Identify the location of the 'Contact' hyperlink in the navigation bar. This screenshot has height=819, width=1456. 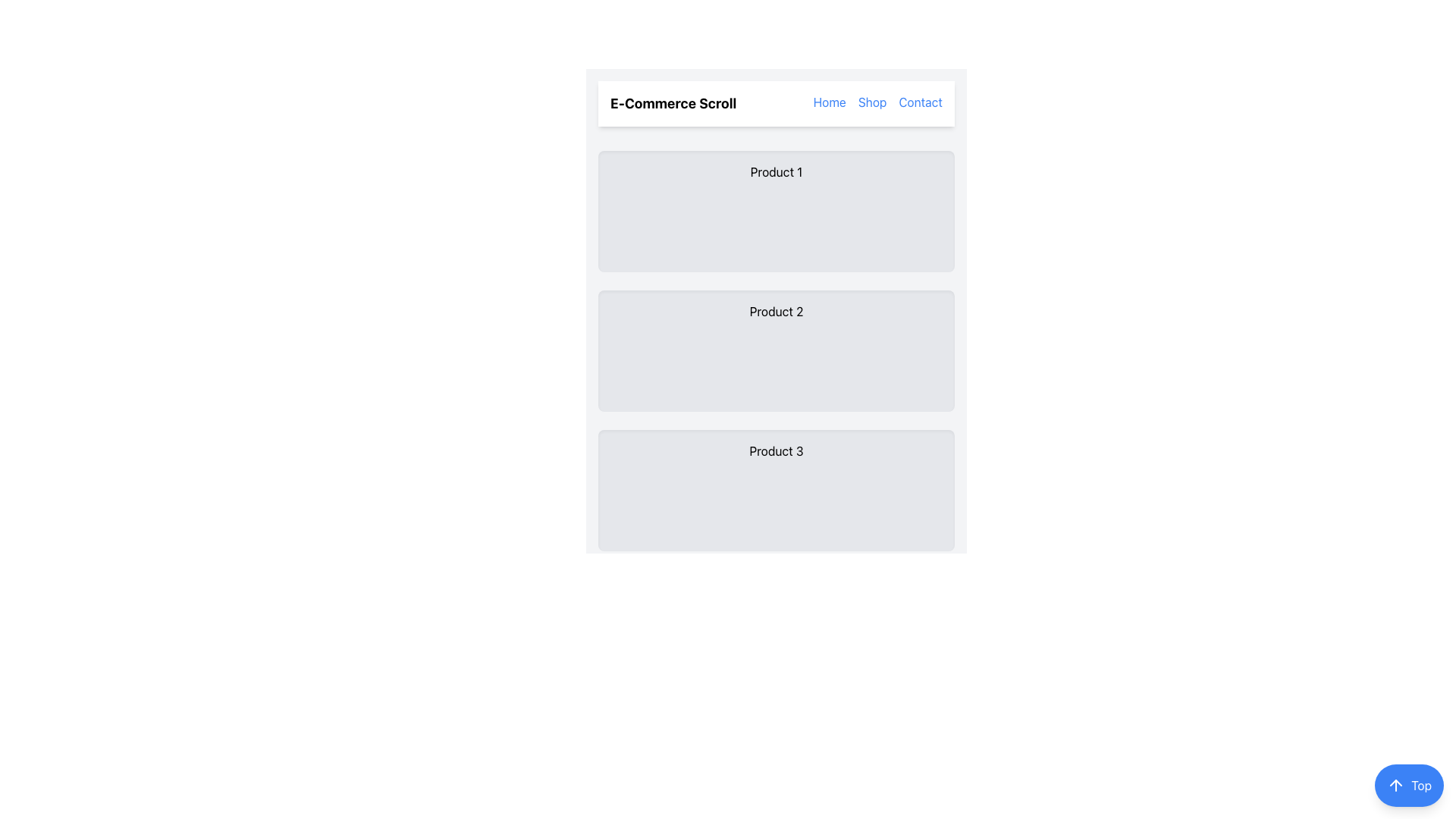
(920, 102).